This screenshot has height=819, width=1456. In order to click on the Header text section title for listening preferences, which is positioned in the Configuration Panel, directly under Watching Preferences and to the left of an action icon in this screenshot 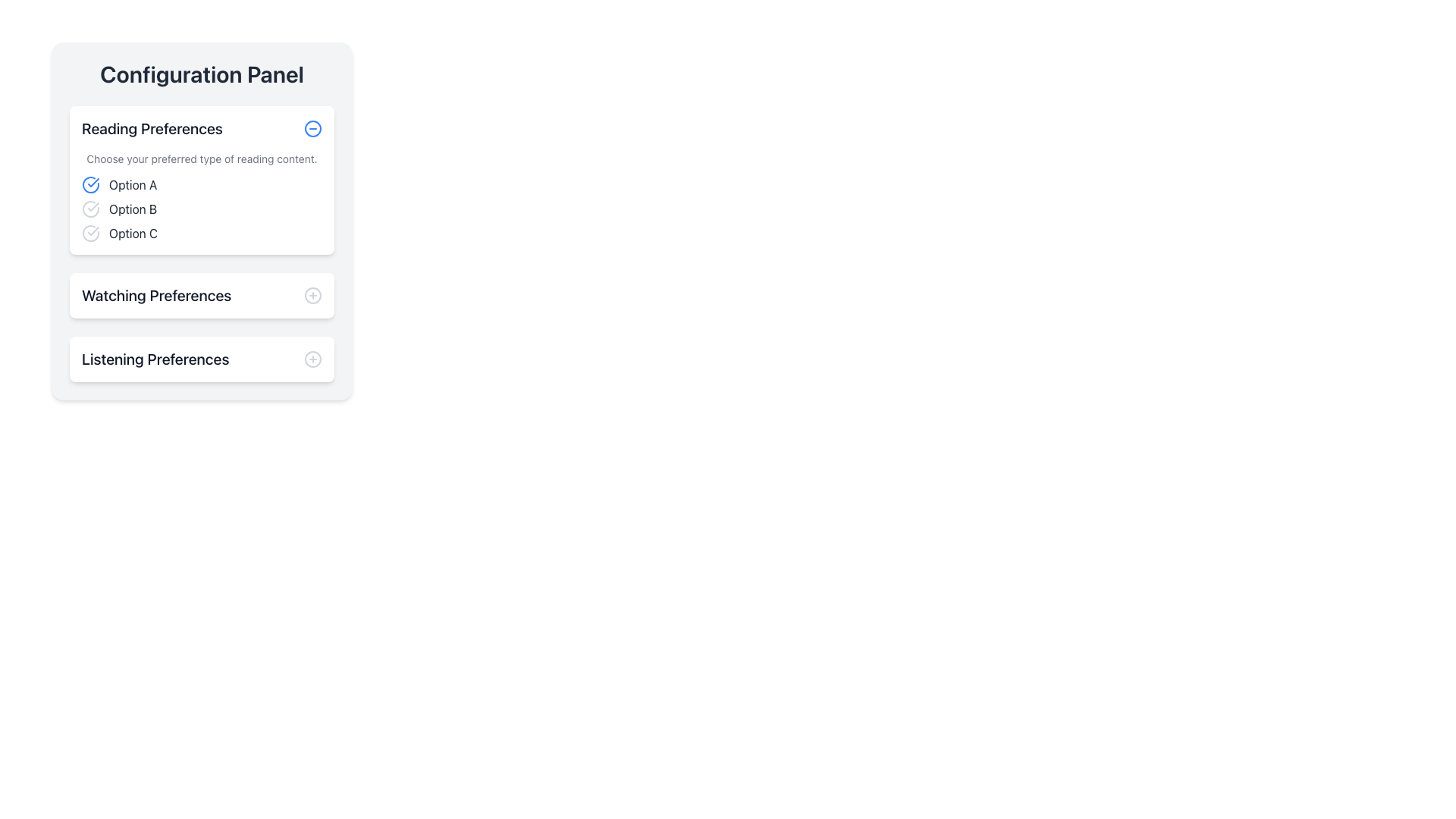, I will do `click(155, 359)`.